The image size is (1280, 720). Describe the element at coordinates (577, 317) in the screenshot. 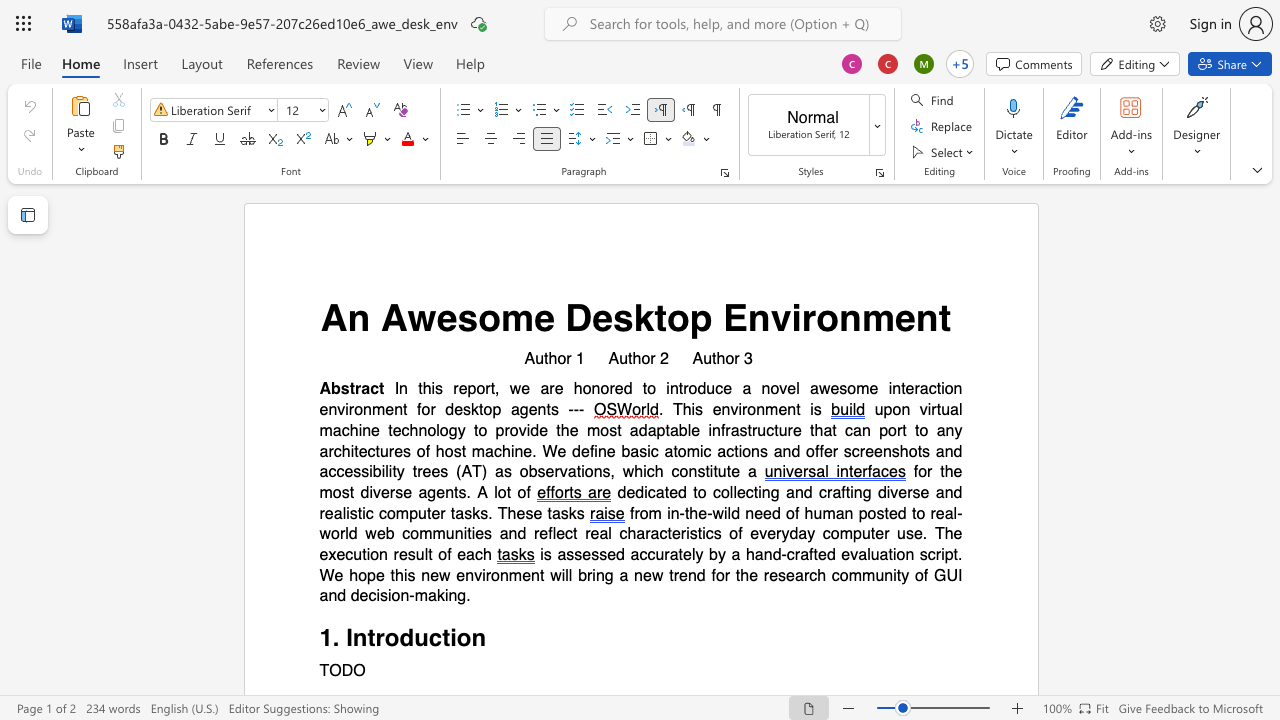

I see `the 1th character "D" in the text` at that location.